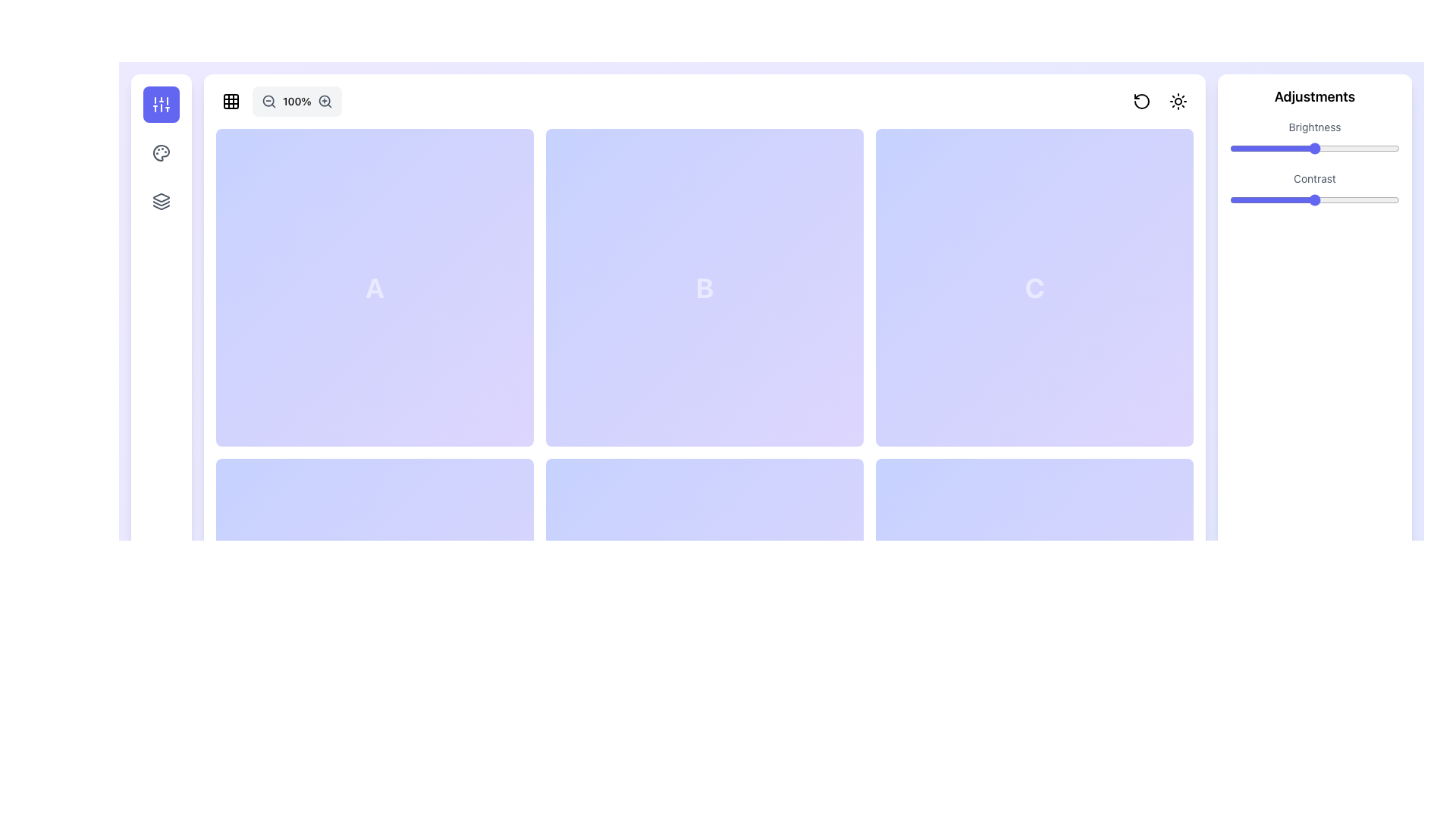  I want to click on the text label displaying '100%' in a bold sans-serif font located in the top-center toolbar, positioned between zoom controls, so click(297, 102).